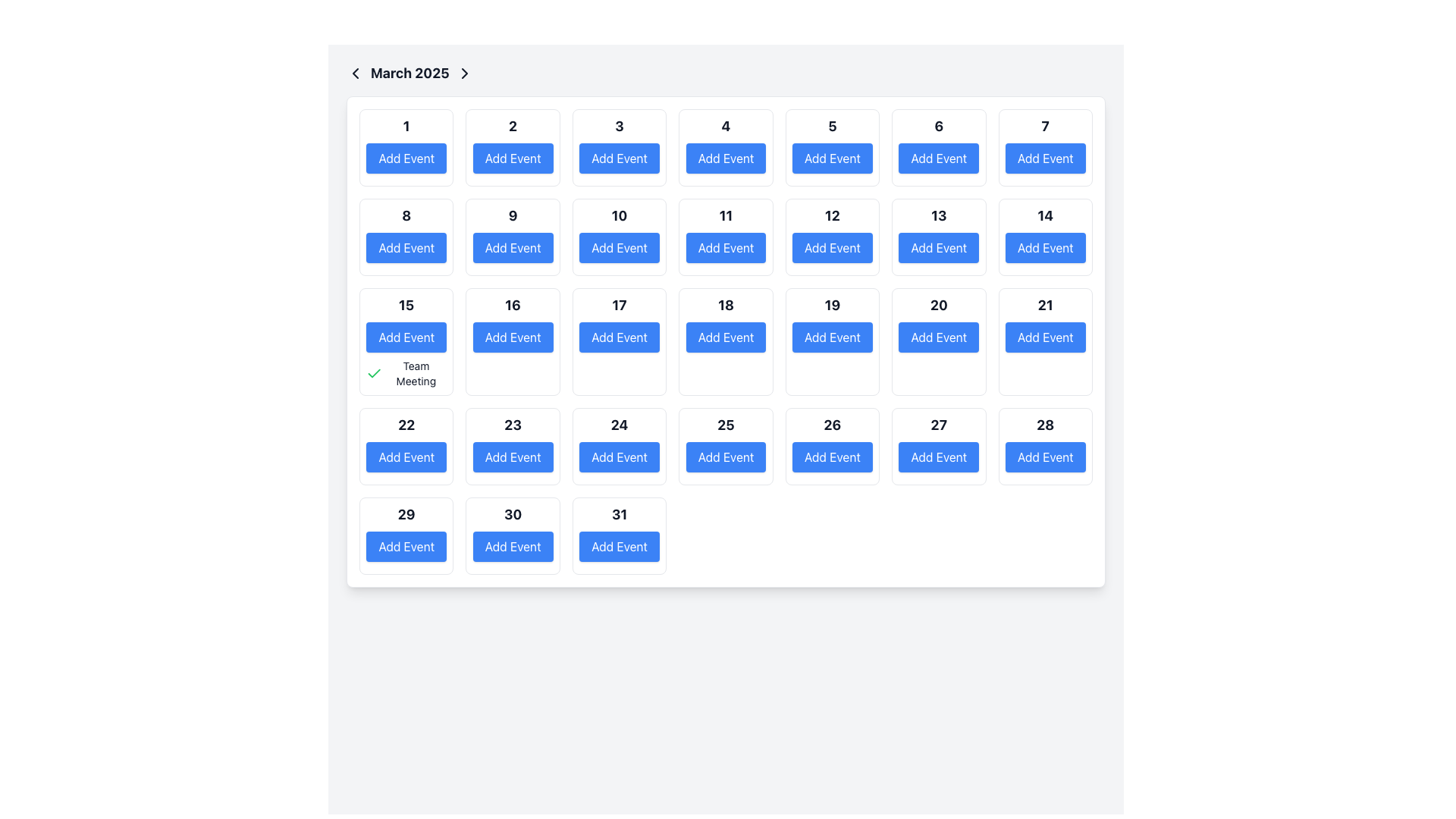  I want to click on the interactive button in the calendar day cell representing the 11th day of the month to observe potential hover effects, so click(725, 237).